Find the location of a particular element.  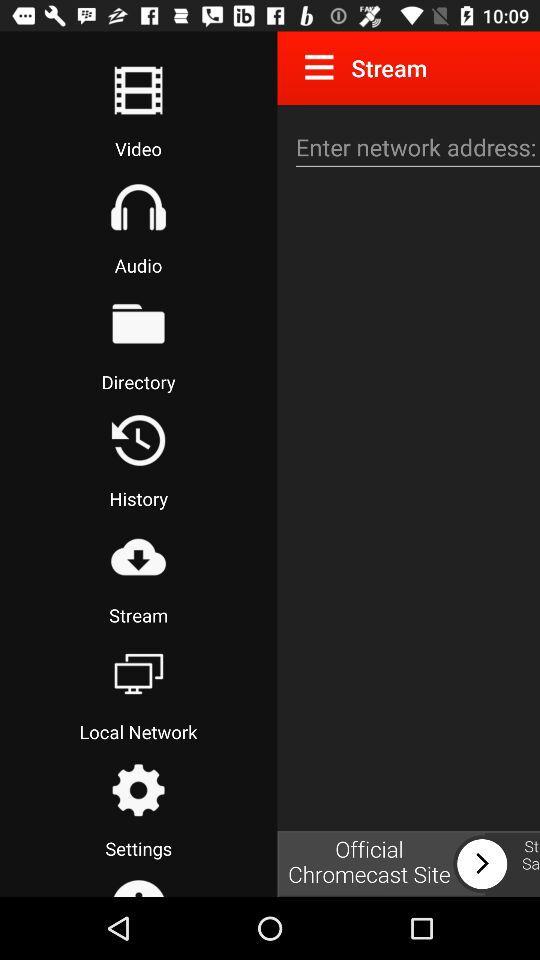

network address is located at coordinates (414, 146).